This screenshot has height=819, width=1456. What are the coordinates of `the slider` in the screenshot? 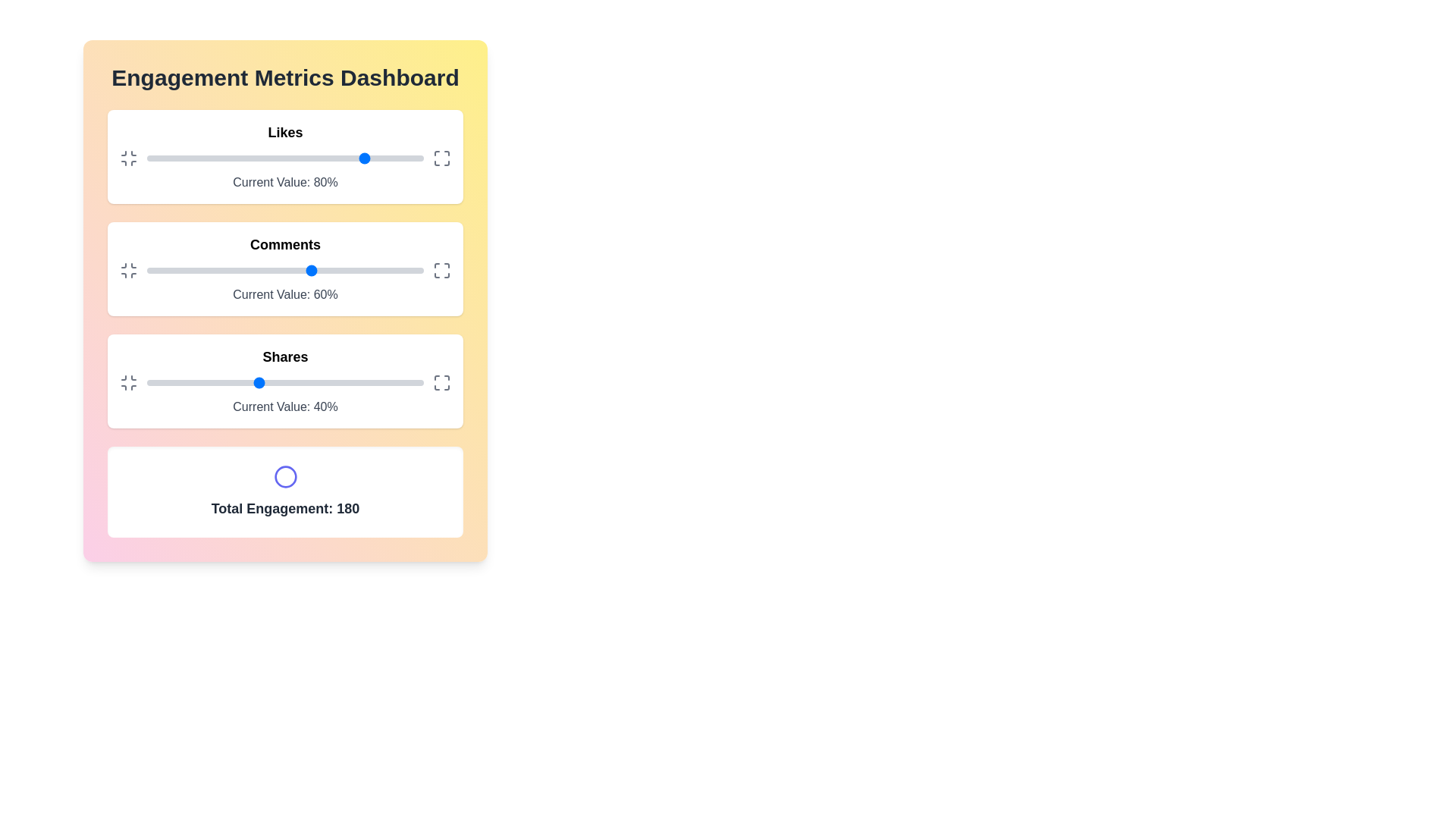 It's located at (229, 158).